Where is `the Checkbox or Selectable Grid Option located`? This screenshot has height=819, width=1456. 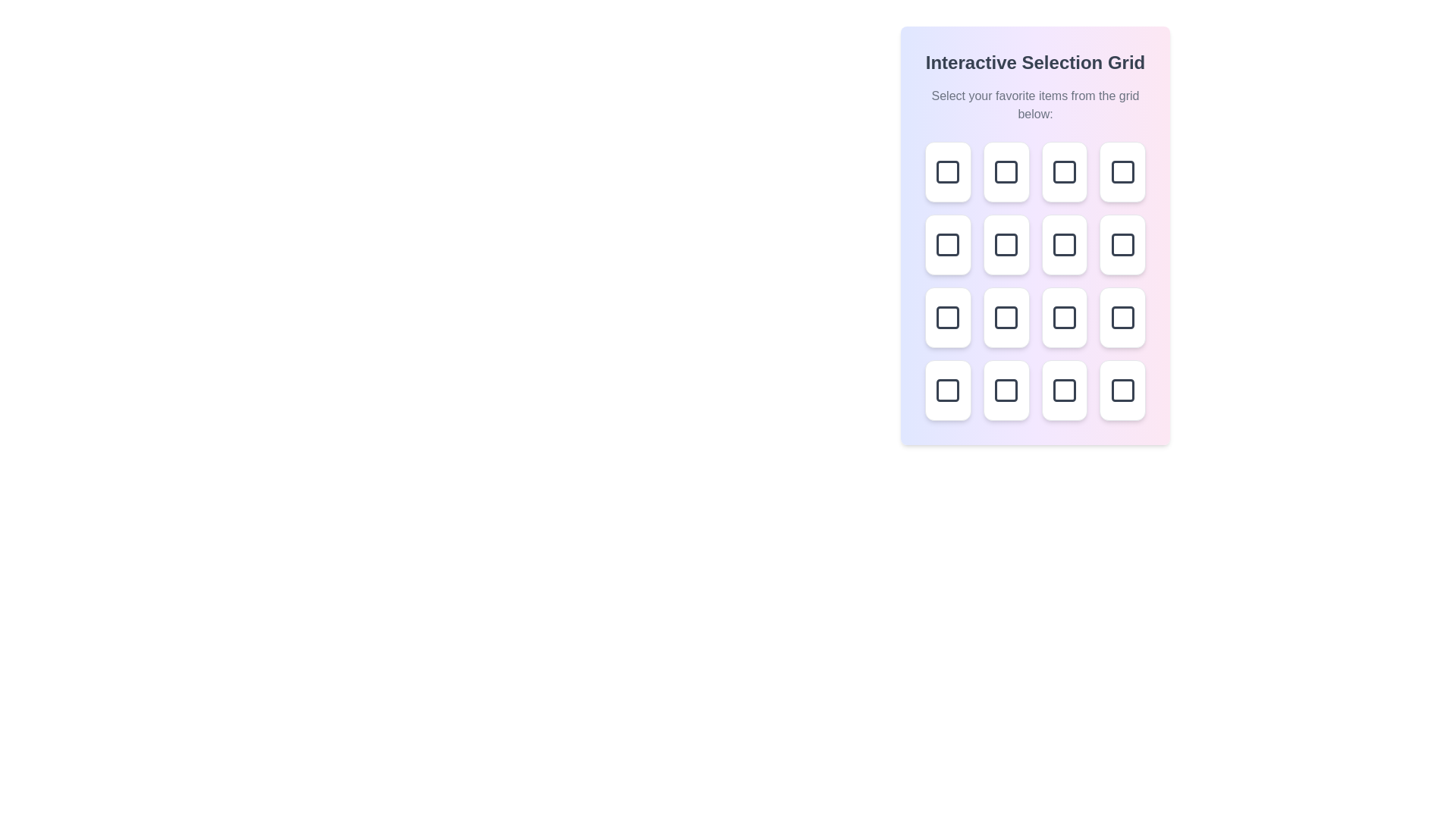
the Checkbox or Selectable Grid Option located is located at coordinates (1006, 317).